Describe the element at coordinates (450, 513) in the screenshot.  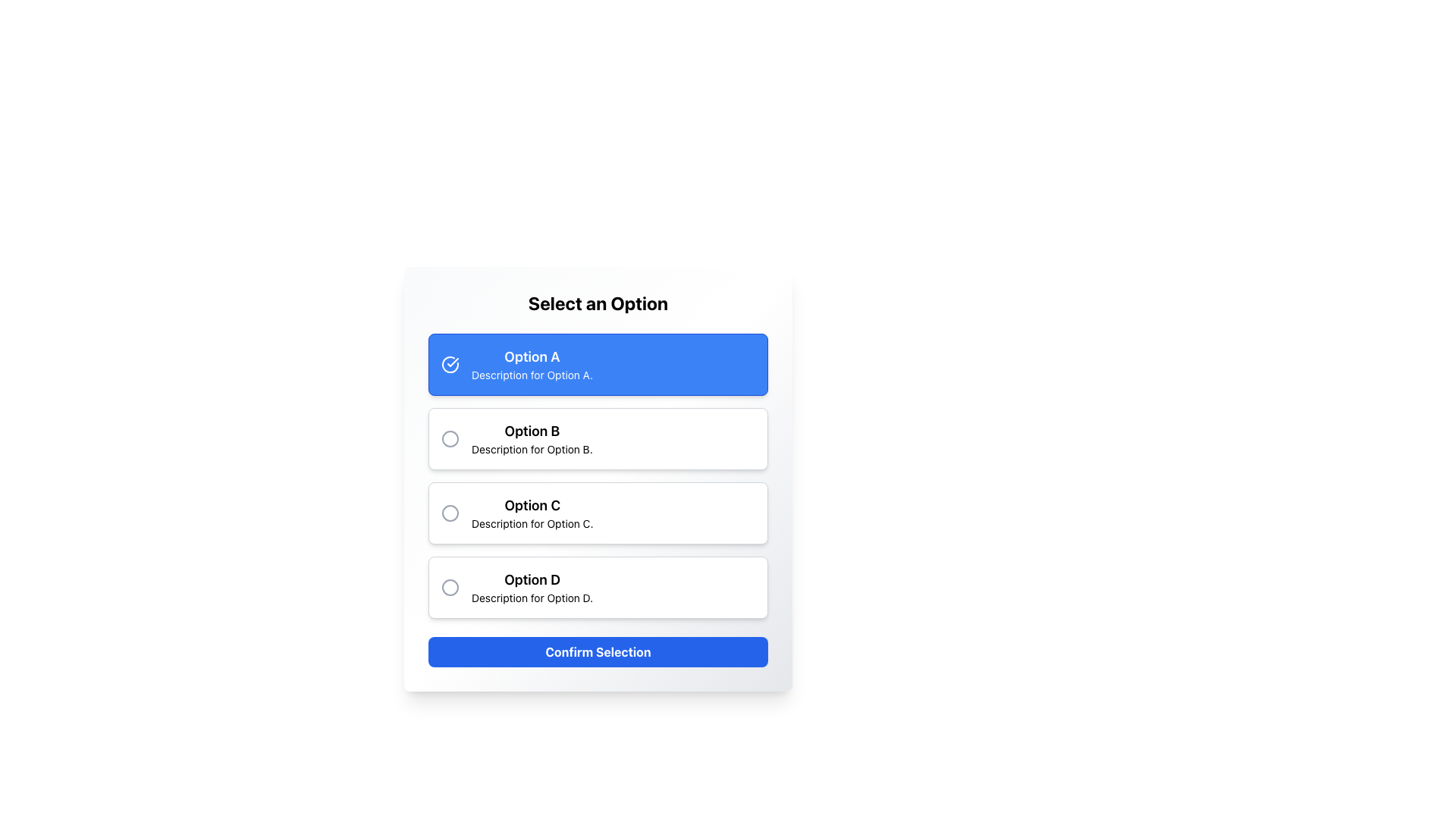
I see `the circular graphical element that is part of the checkbox or radio button for 'Option C' to trigger any hover effects` at that location.